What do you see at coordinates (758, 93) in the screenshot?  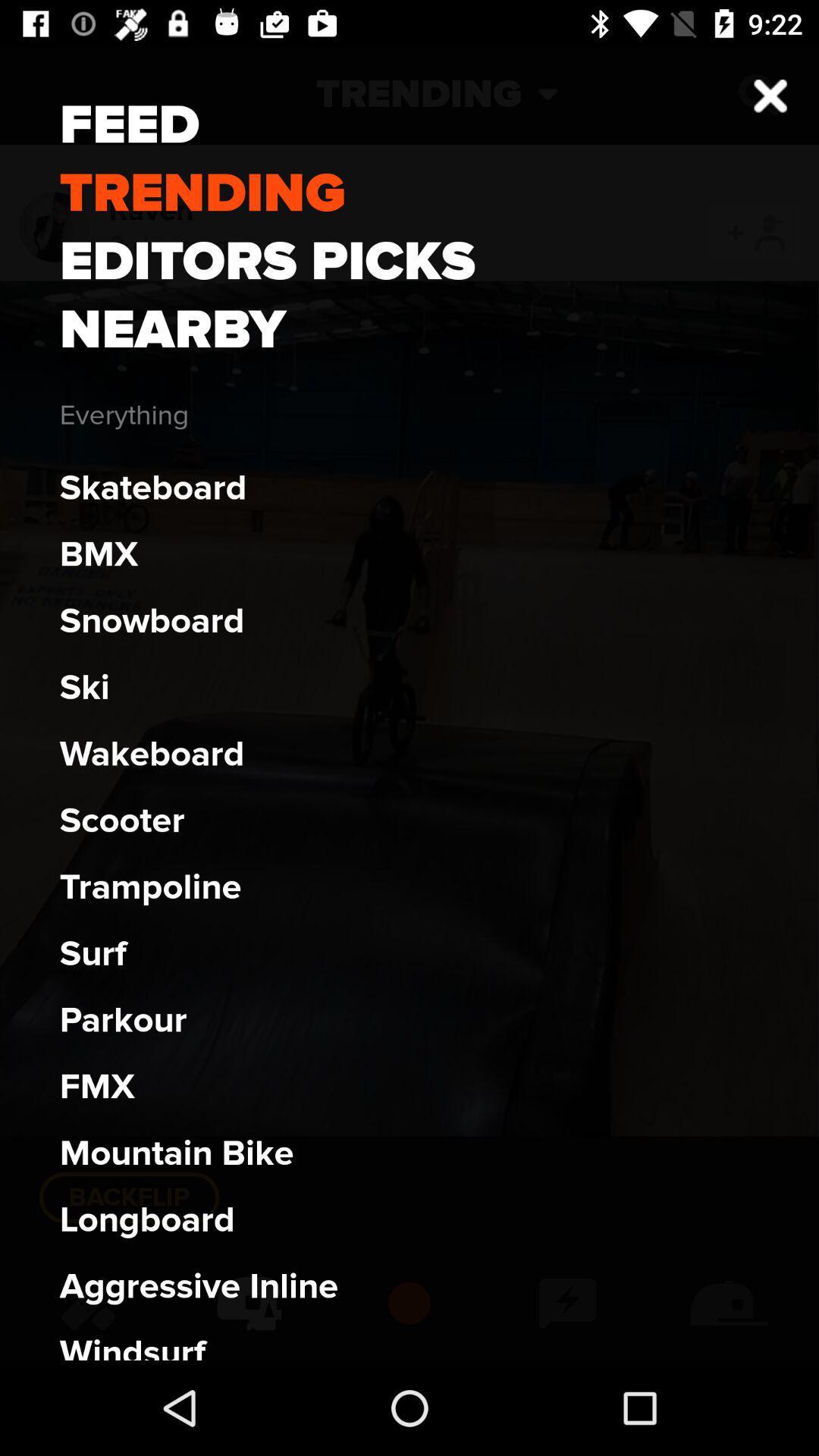 I see `the close icon` at bounding box center [758, 93].